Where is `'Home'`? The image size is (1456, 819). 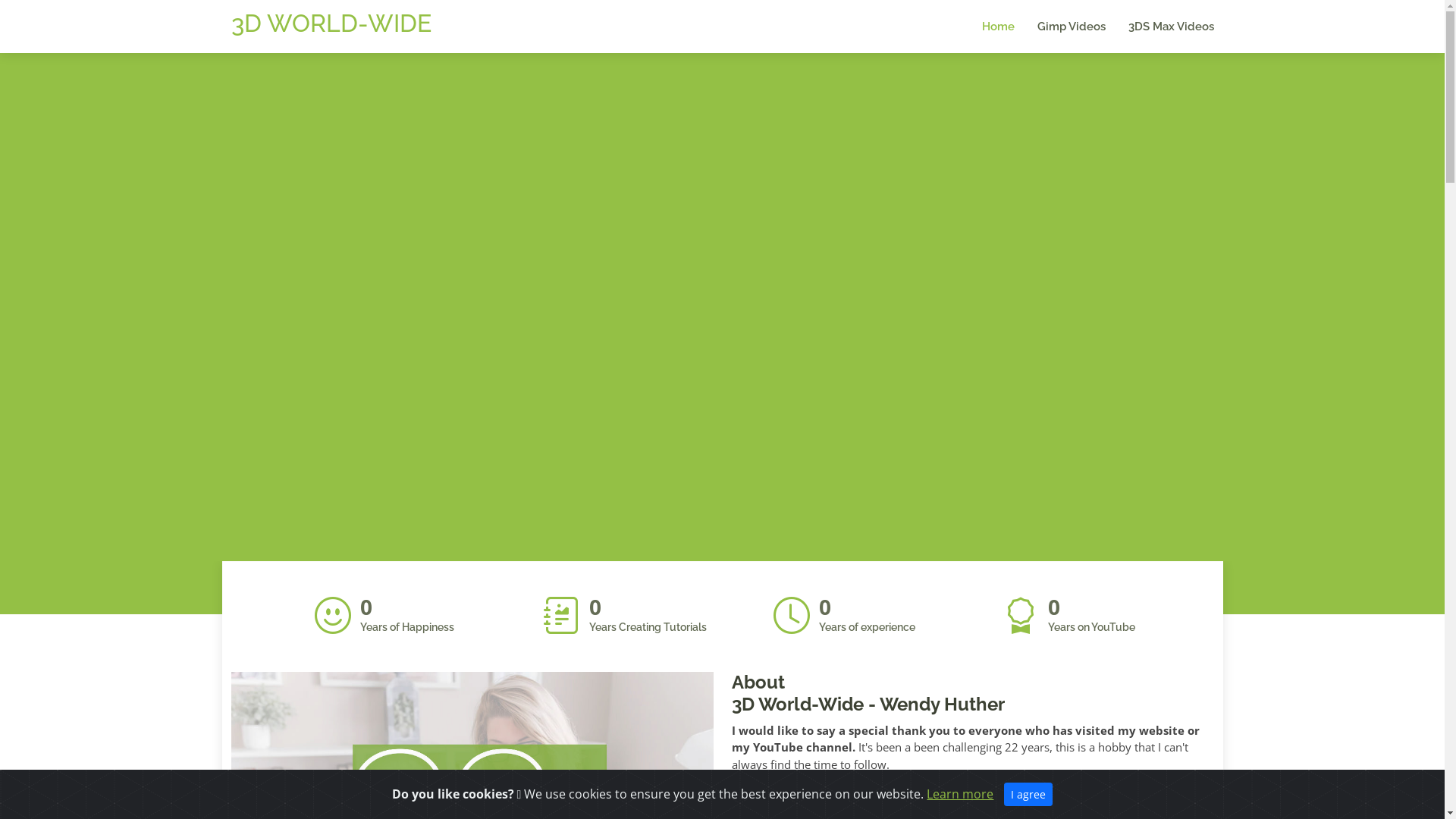 'Home' is located at coordinates (986, 27).